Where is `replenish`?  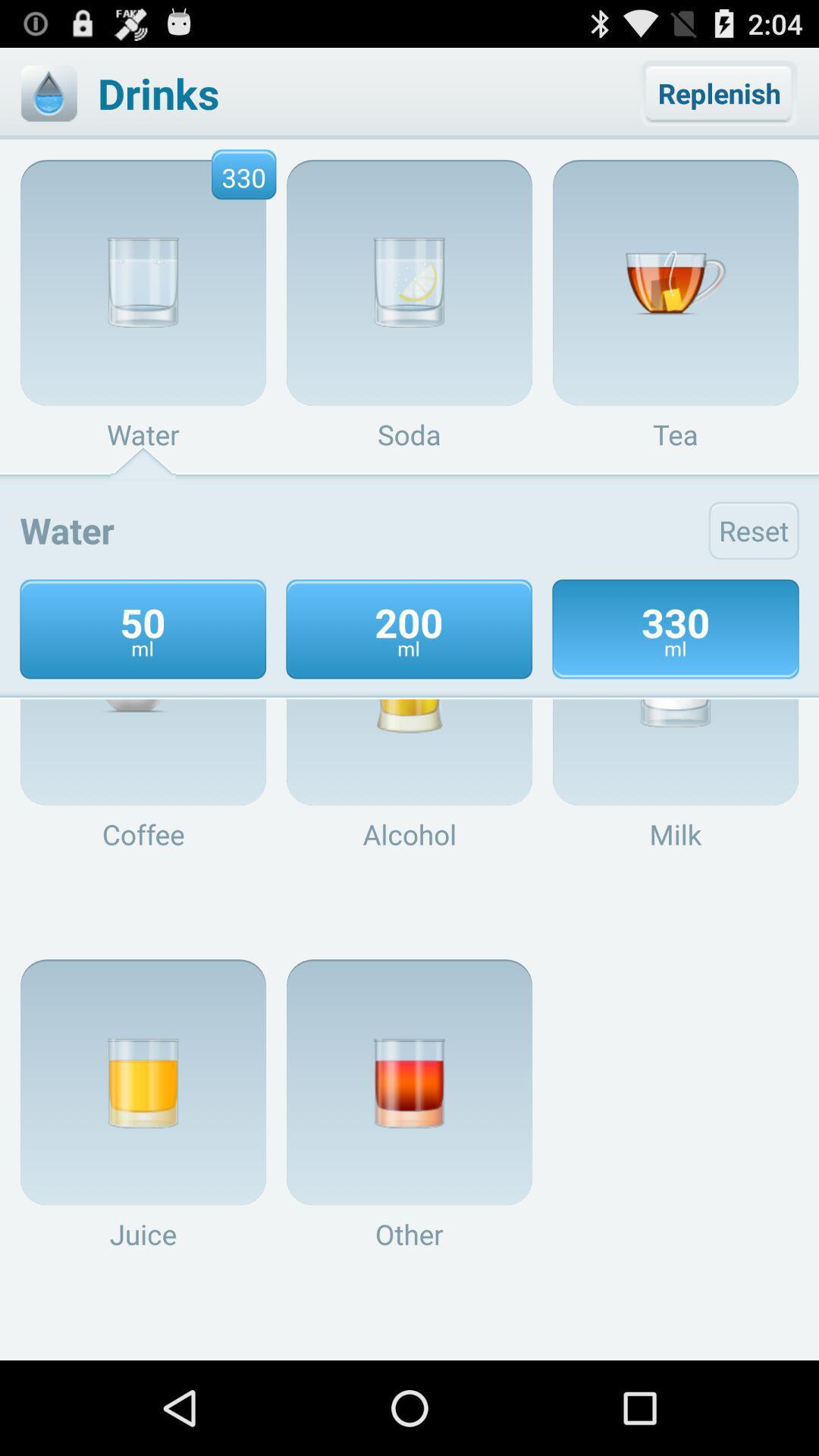
replenish is located at coordinates (718, 93).